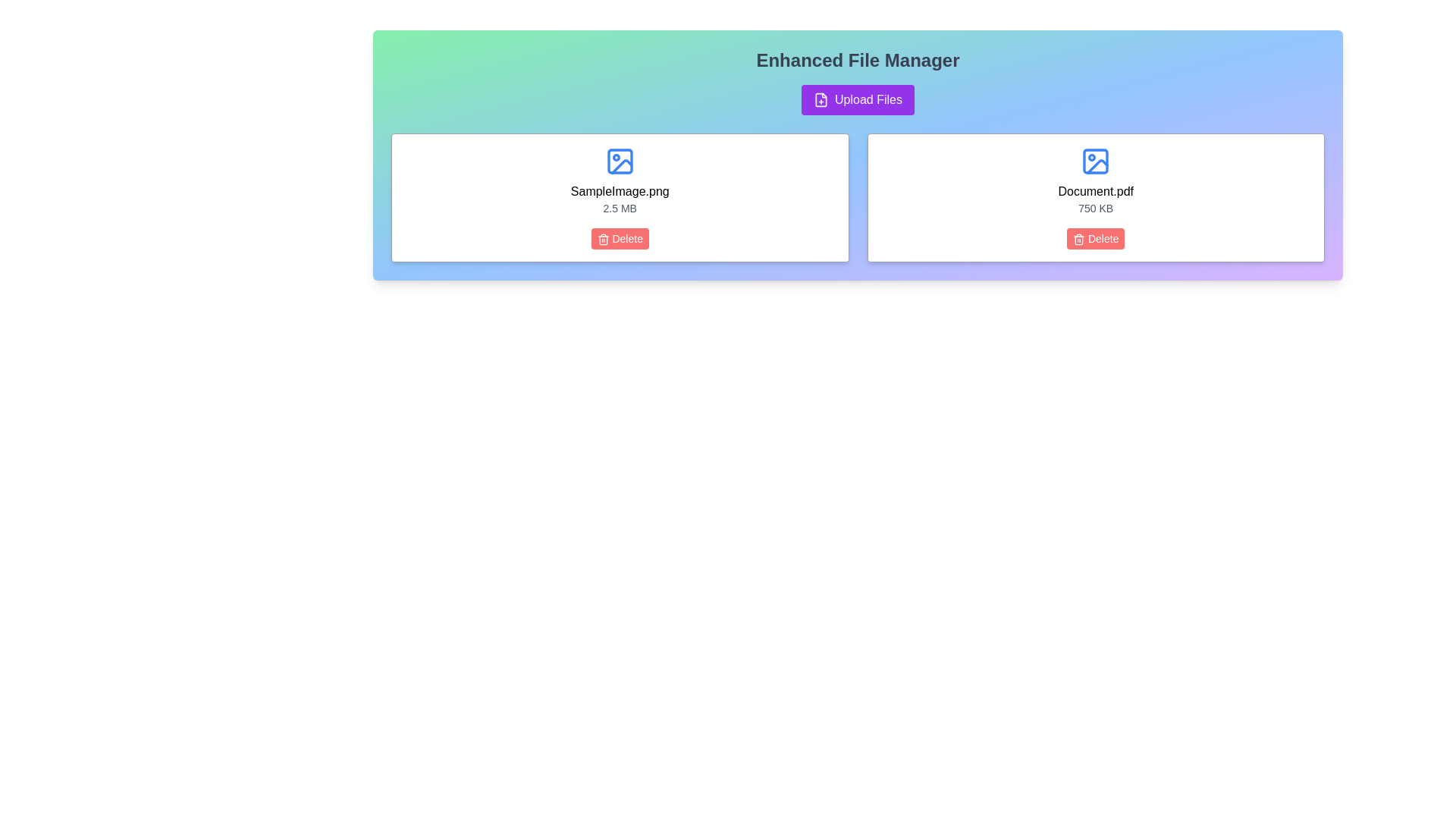 This screenshot has height=819, width=1456. Describe the element at coordinates (620, 208) in the screenshot. I see `the static text label displaying '2.5 MB', which is located below 'SampleImage.png' and above the 'Delete' button` at that location.